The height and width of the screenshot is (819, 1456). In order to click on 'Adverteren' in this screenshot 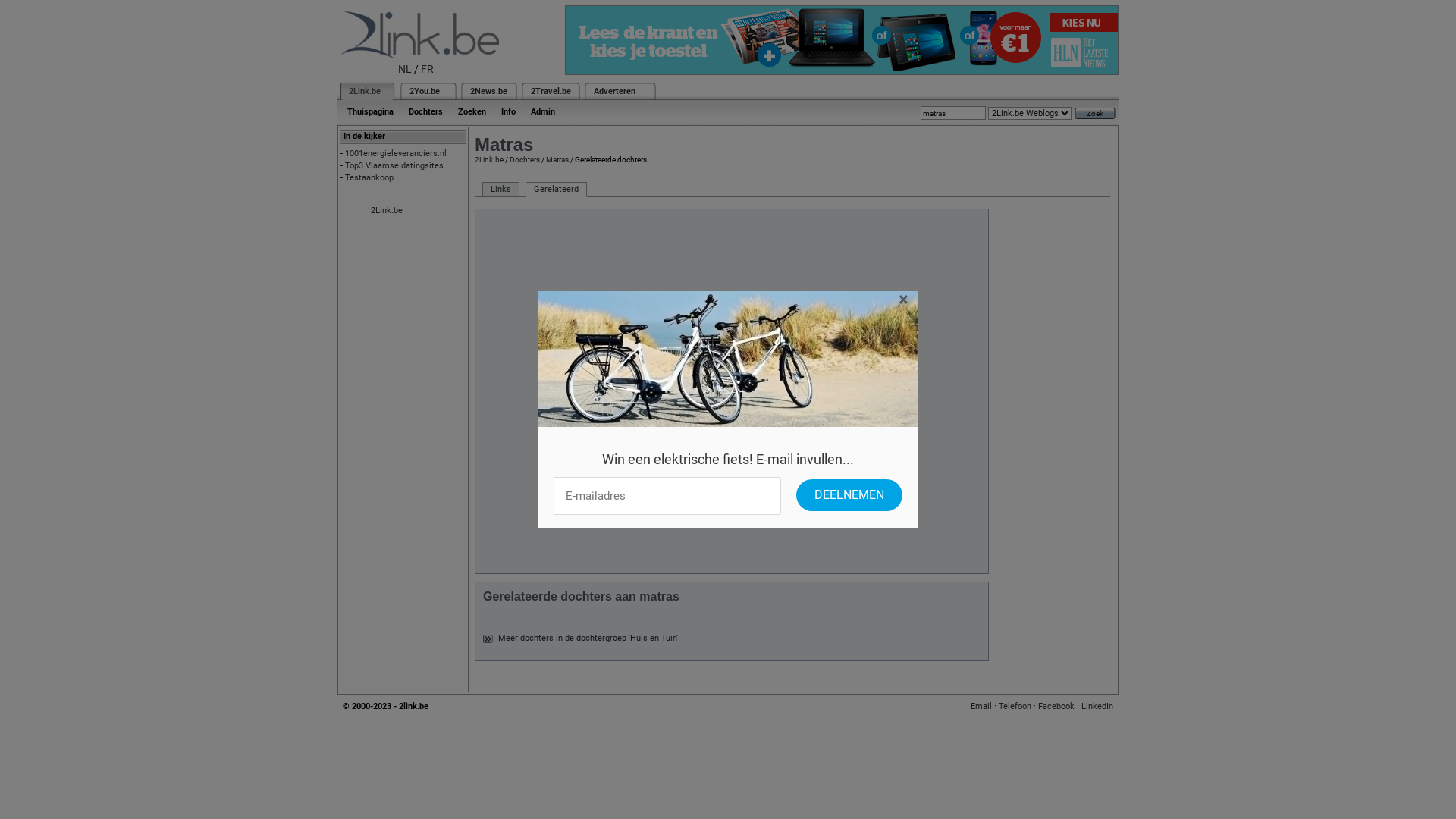, I will do `click(614, 91)`.